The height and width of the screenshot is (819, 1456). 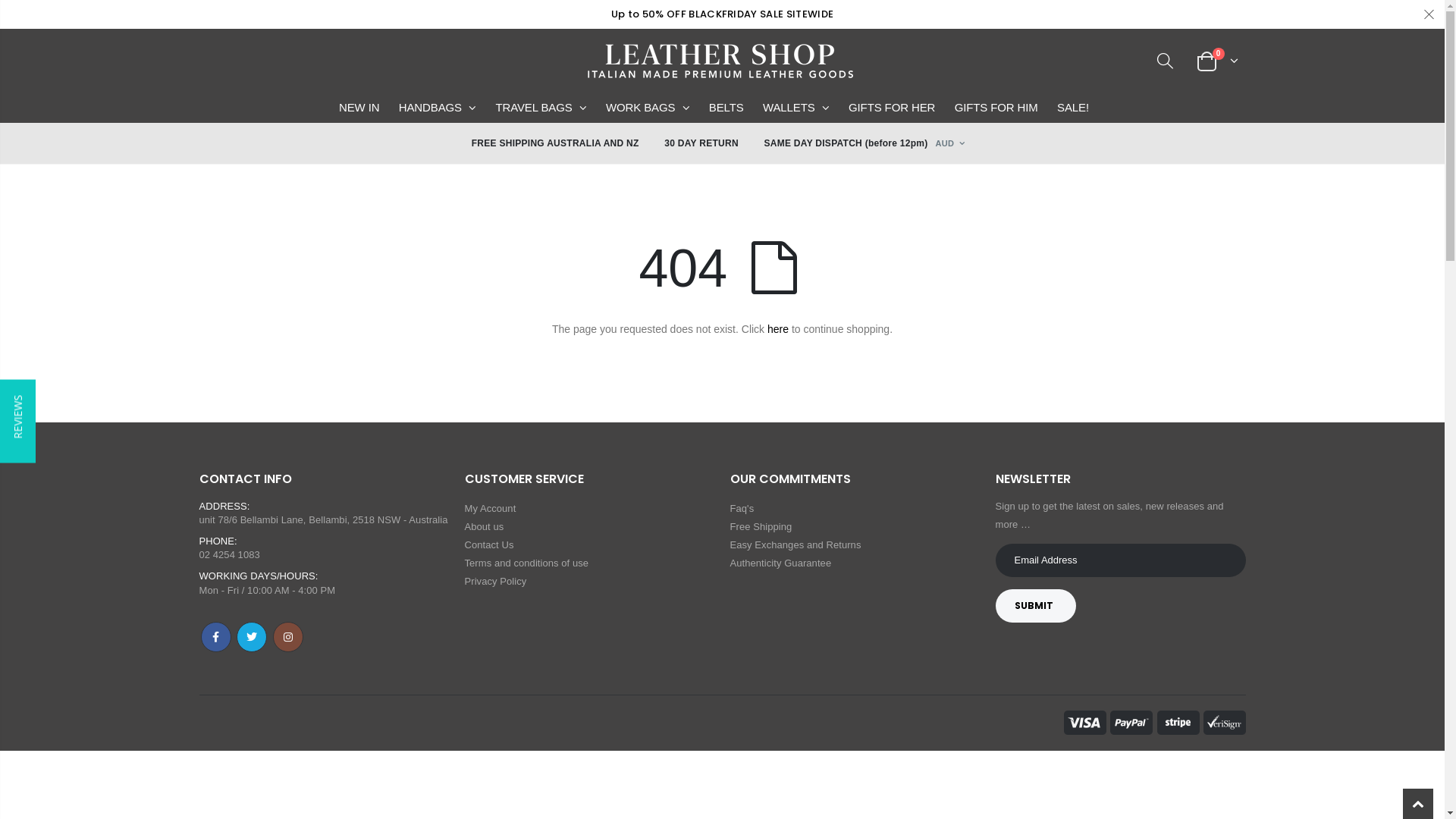 I want to click on 'Authenticity Guarantee', so click(x=729, y=563).